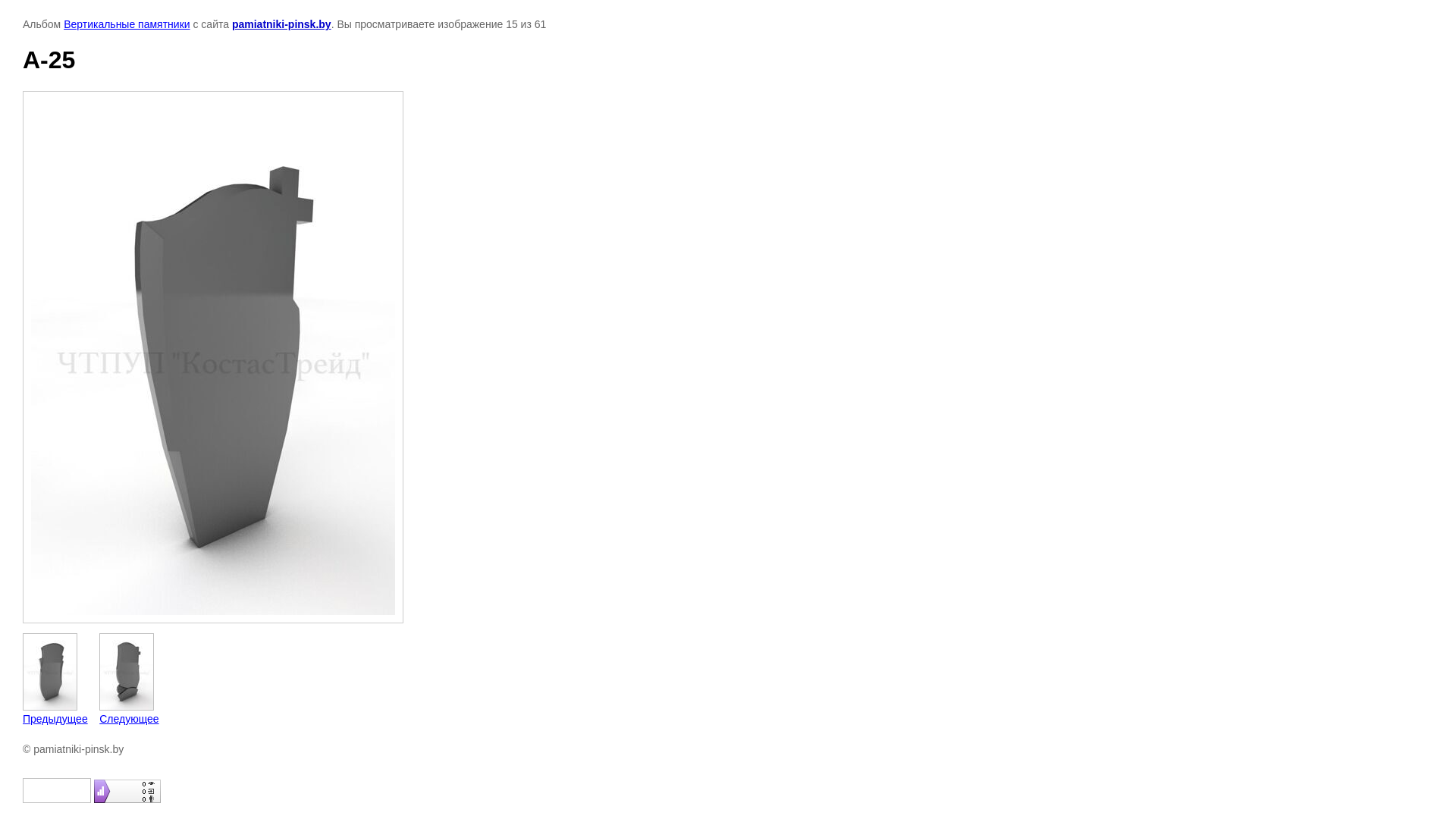  Describe the element at coordinates (231, 24) in the screenshot. I see `'pamiatniki-pinsk.by'` at that location.